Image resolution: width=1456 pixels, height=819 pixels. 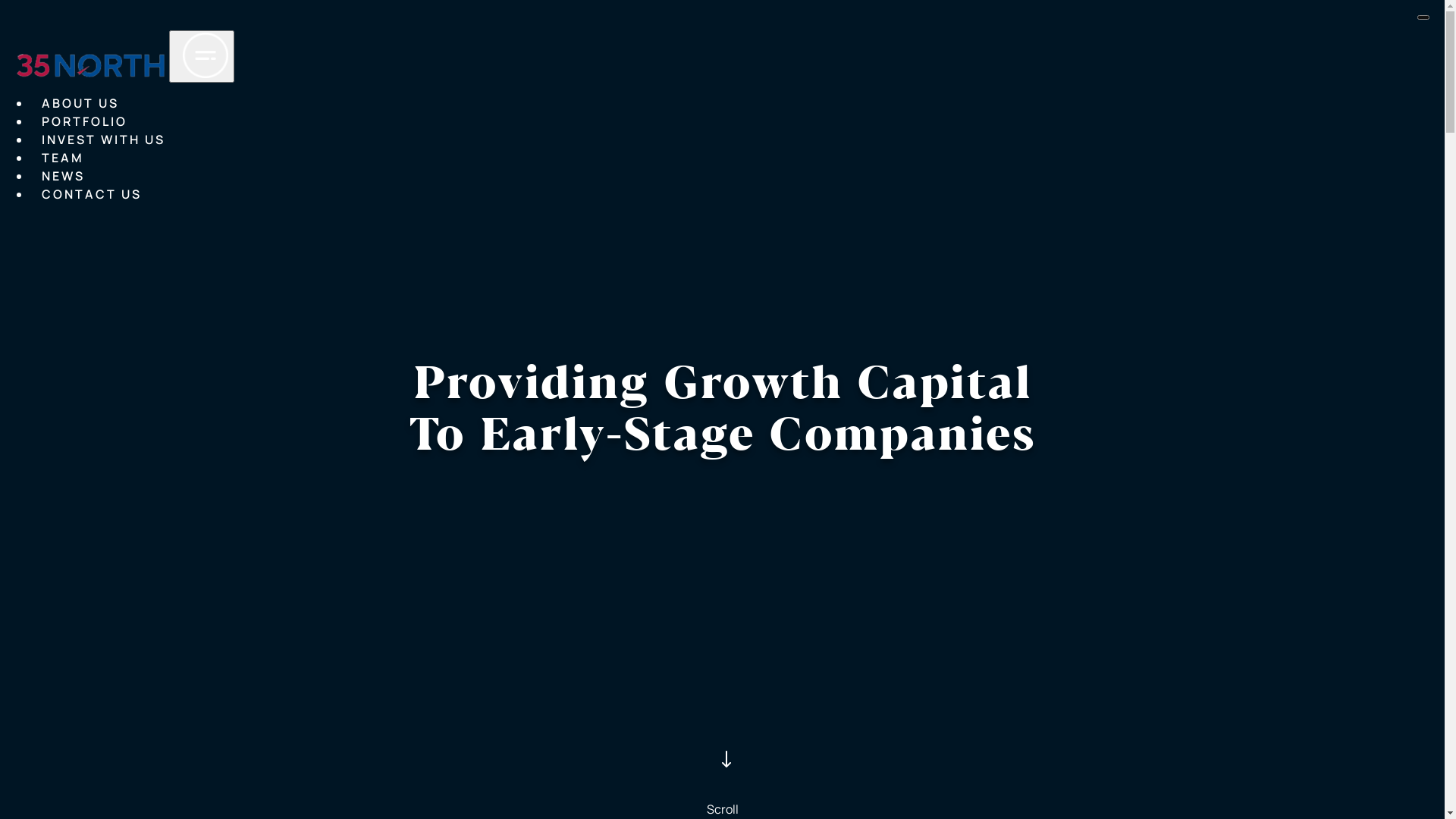 I want to click on 'PORTFOLIO', so click(x=41, y=121).